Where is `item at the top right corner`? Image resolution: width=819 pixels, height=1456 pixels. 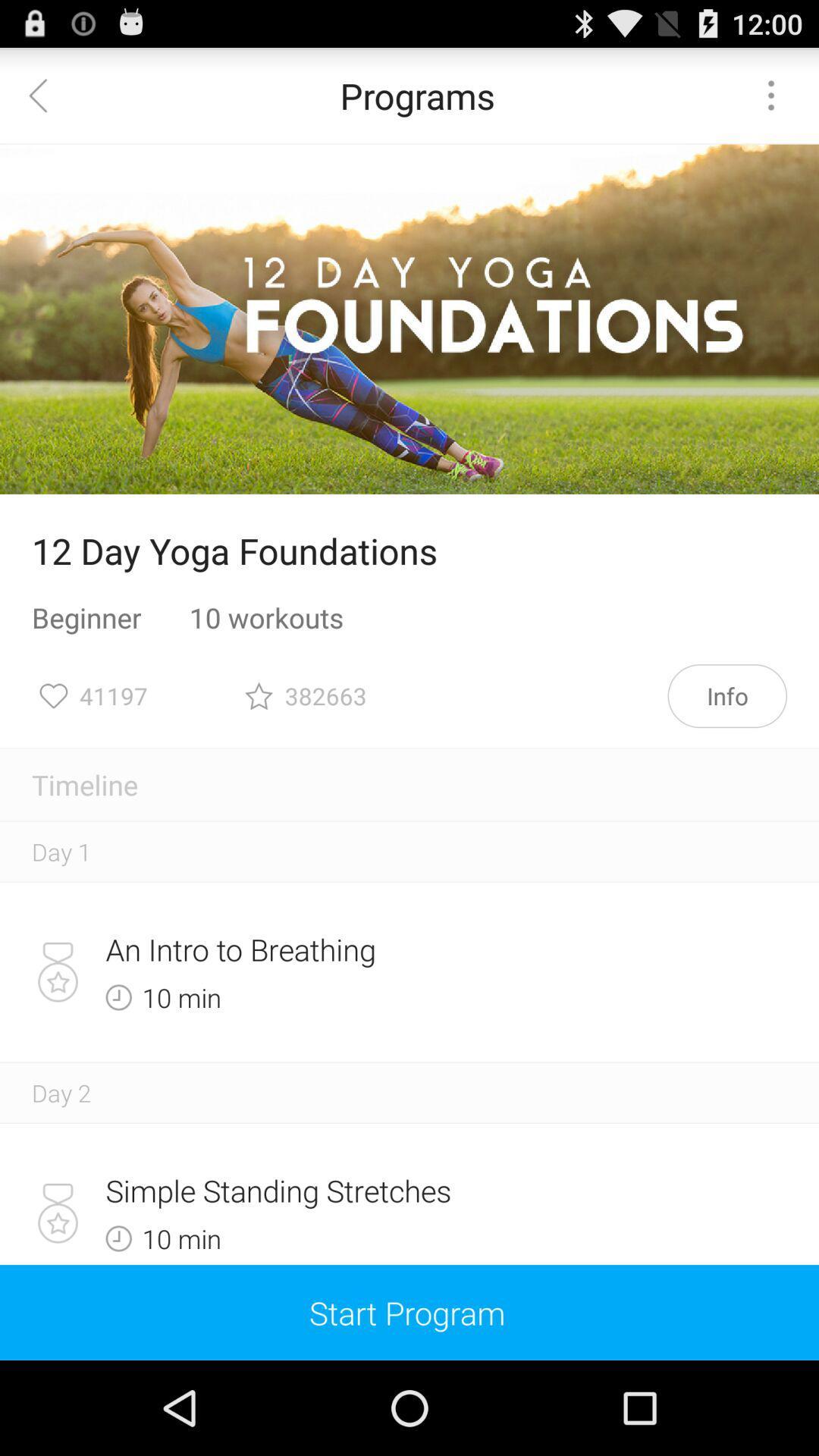 item at the top right corner is located at coordinates (771, 94).